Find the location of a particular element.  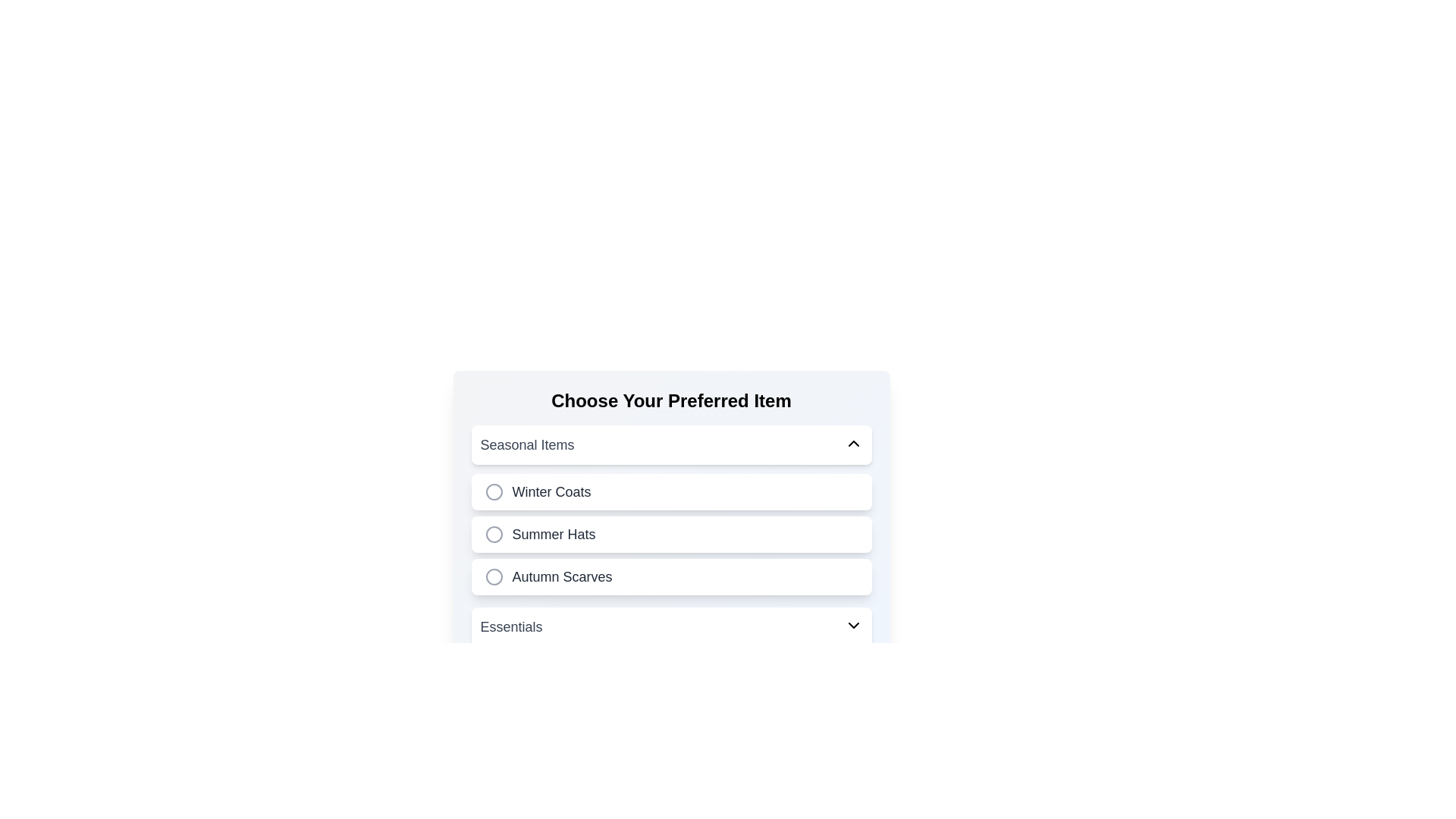

text label indicating the option for 'Winter Coats' located in the second row of the 'Seasonal Items' section, to the right of a circular radio button is located at coordinates (551, 491).